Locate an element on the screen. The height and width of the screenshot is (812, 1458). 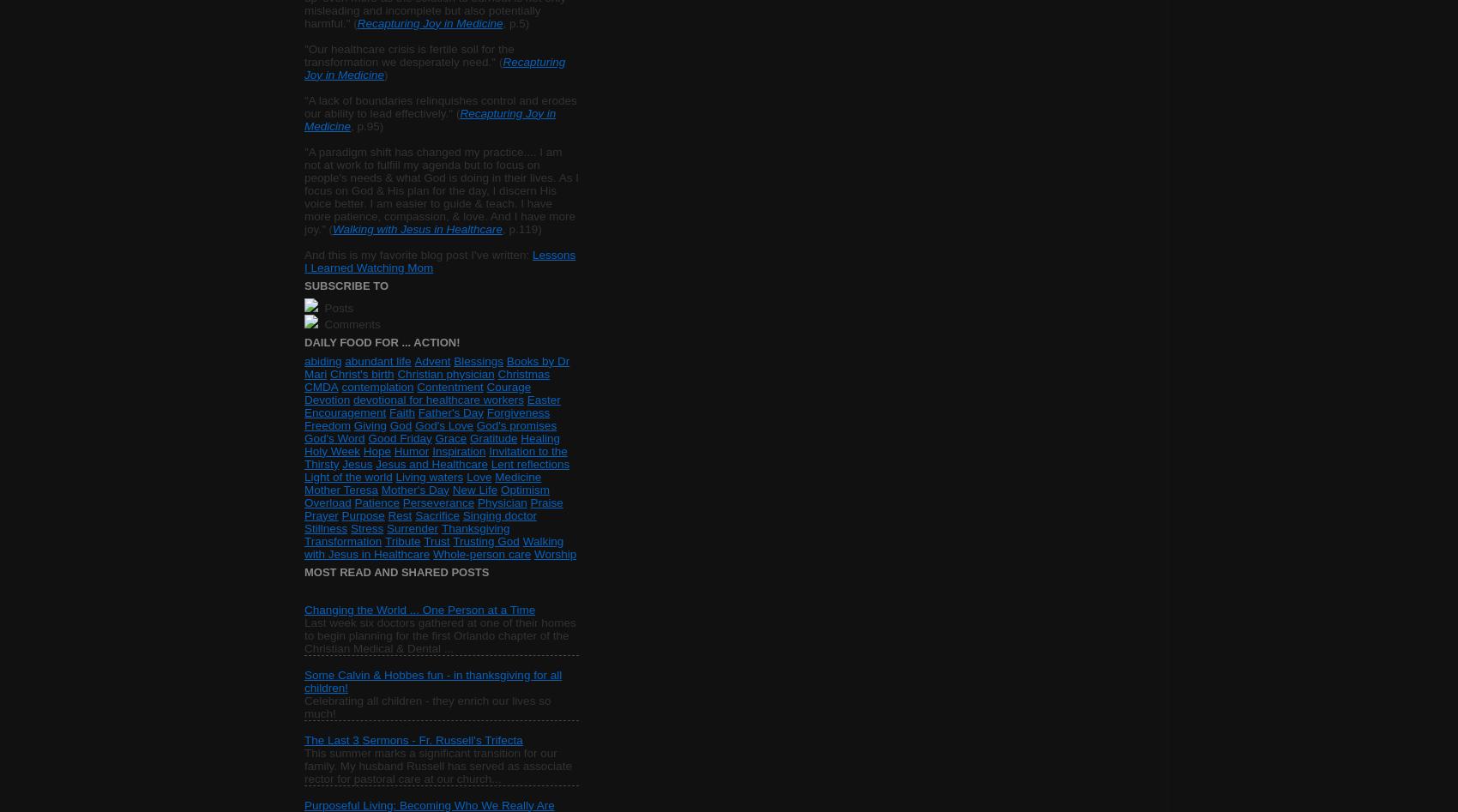
'Stress' is located at coordinates (367, 527).